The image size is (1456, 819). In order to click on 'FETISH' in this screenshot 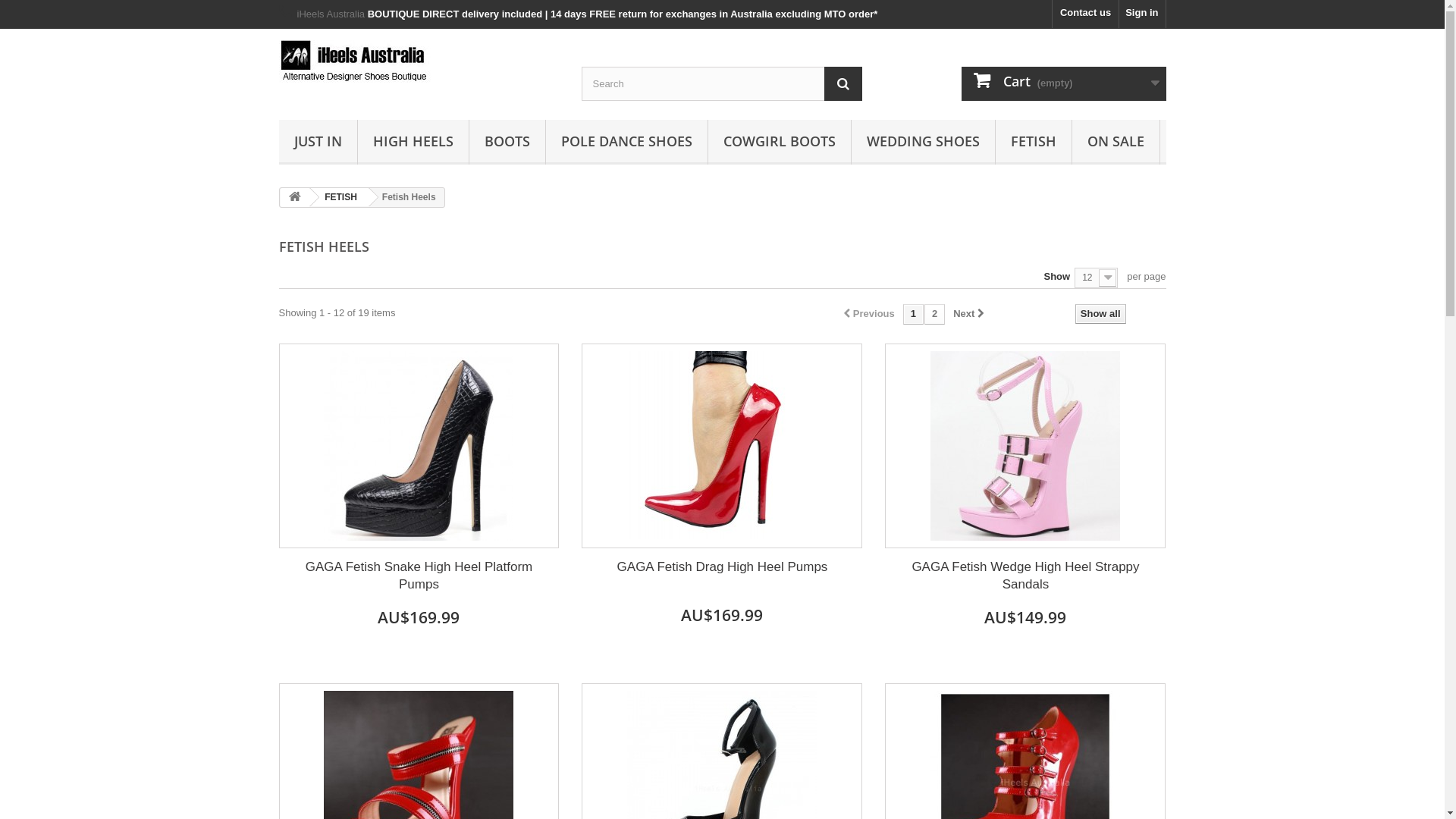, I will do `click(337, 196)`.